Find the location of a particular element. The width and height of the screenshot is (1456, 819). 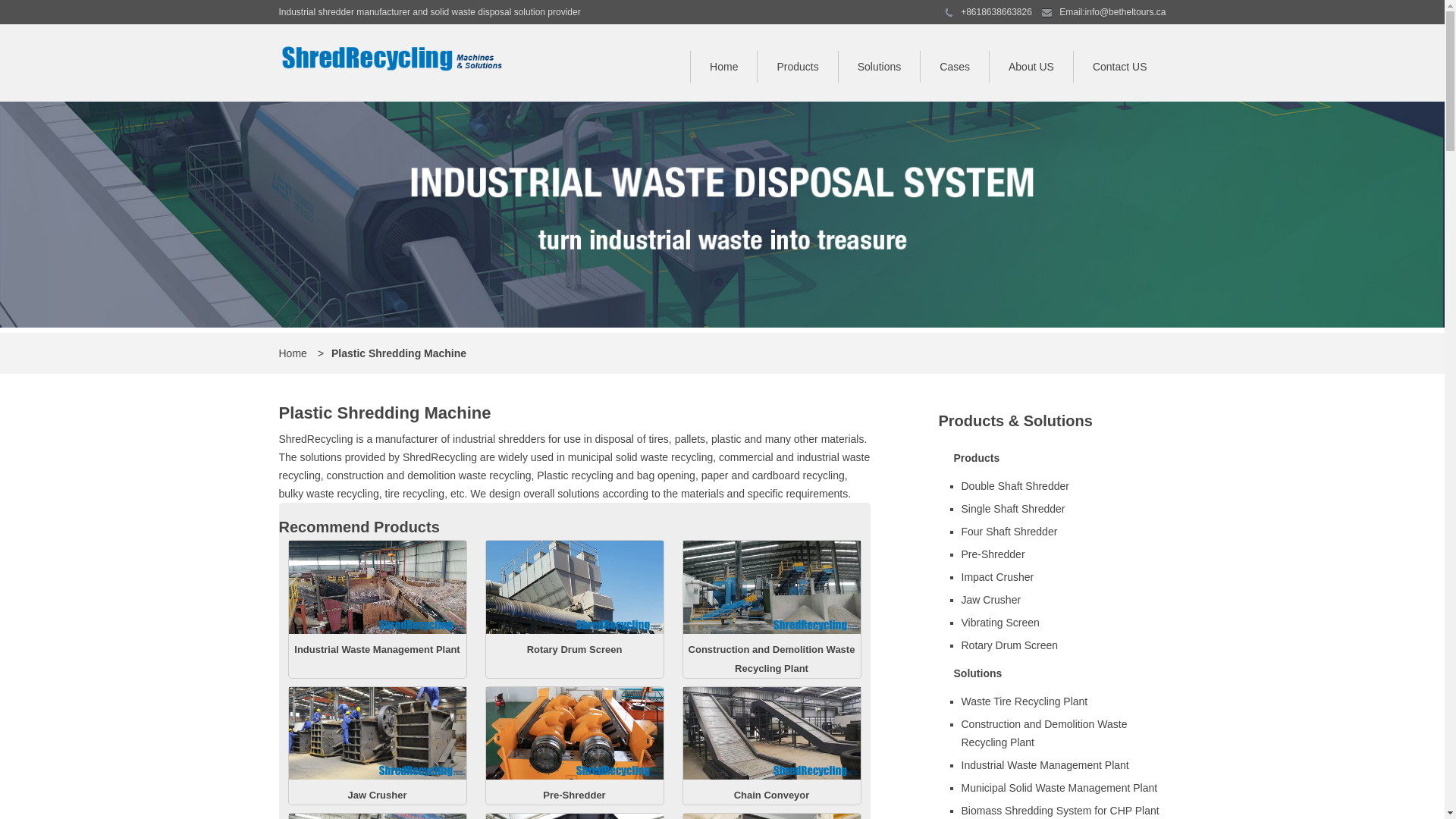

'Vibrating Screen' is located at coordinates (1061, 623).